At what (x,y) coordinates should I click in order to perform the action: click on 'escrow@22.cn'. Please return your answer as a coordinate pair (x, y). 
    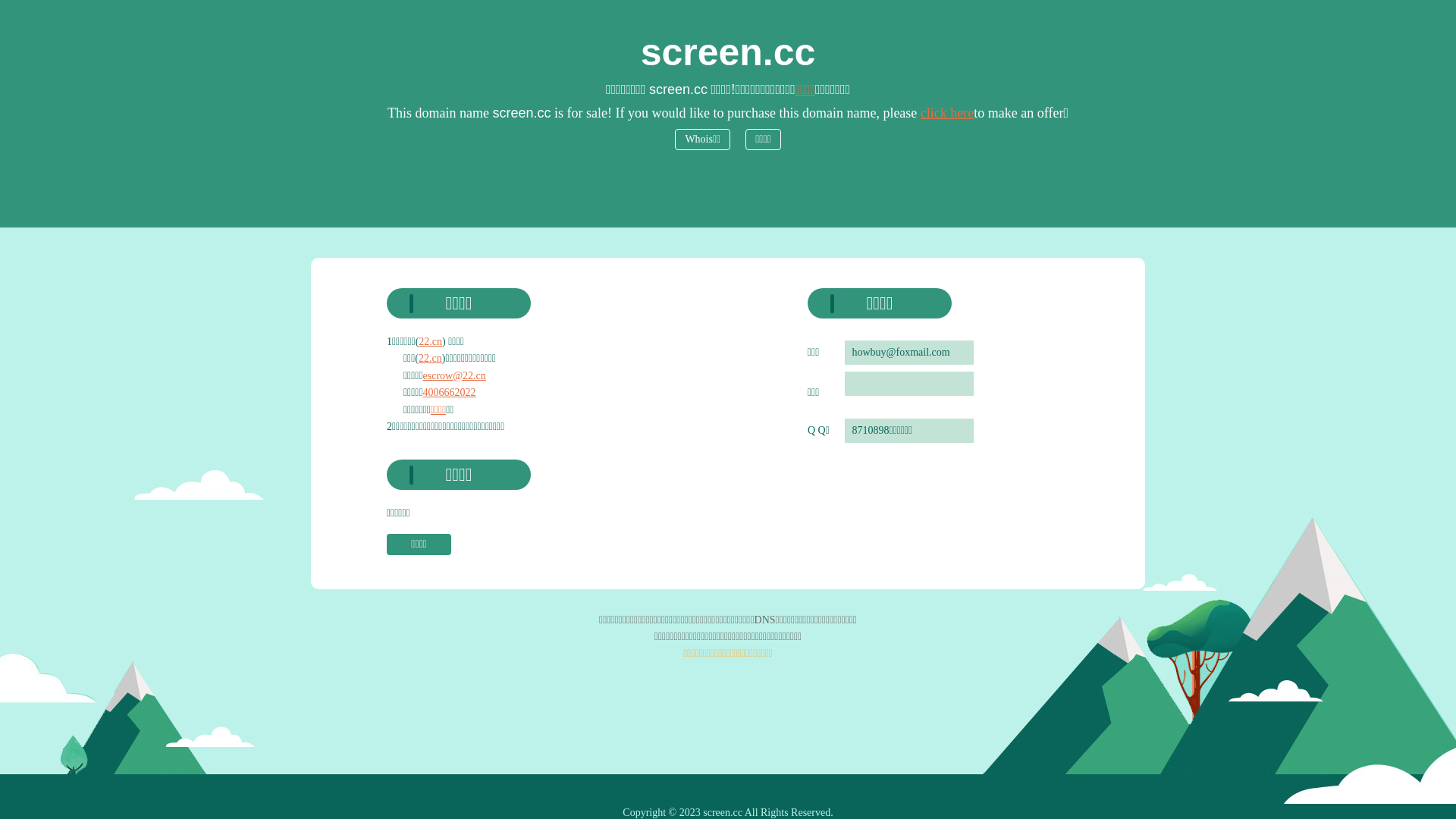
    Looking at the image, I should click on (453, 375).